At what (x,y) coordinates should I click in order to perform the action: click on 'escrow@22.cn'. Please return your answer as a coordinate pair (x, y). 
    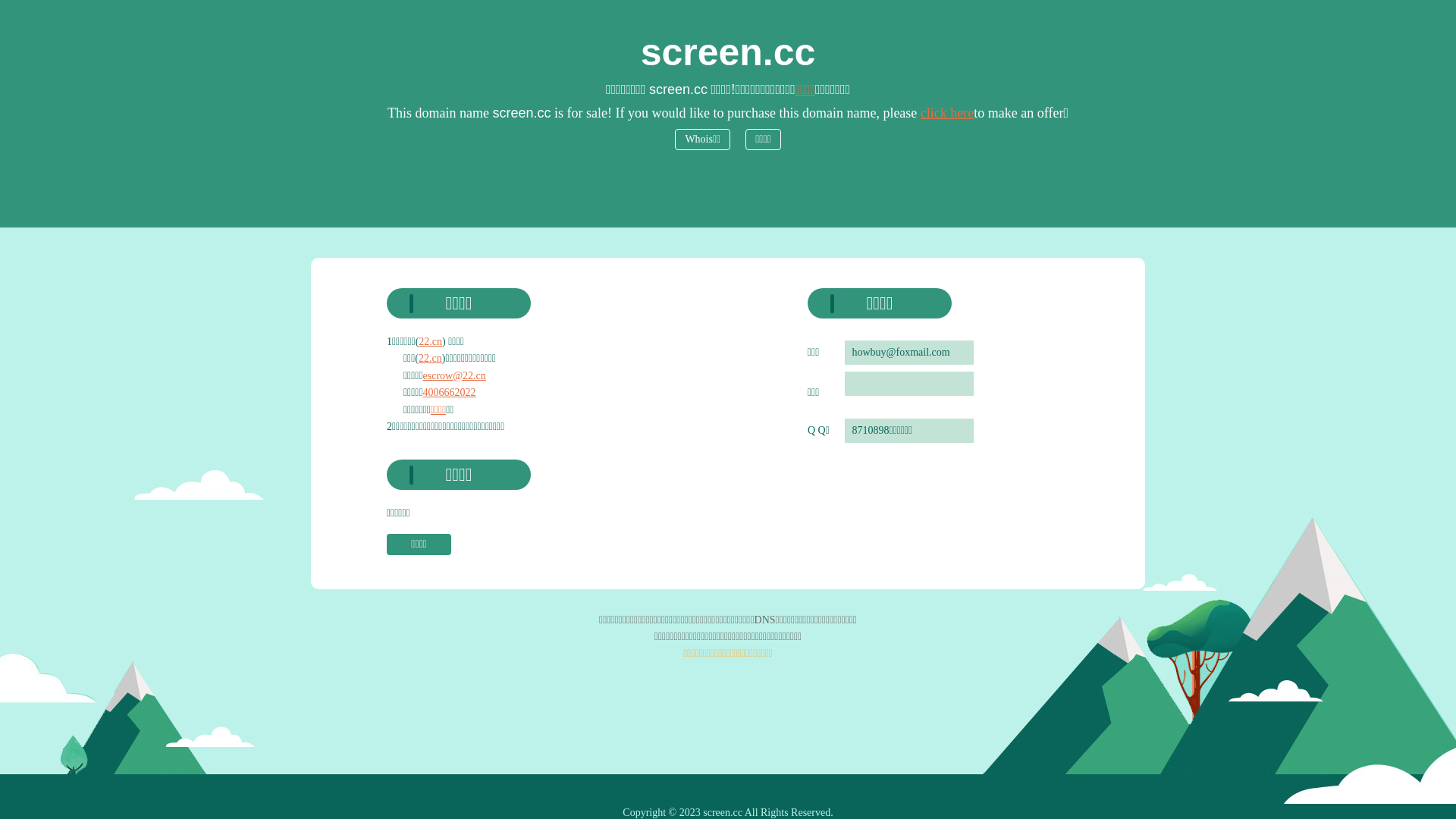
    Looking at the image, I should click on (453, 375).